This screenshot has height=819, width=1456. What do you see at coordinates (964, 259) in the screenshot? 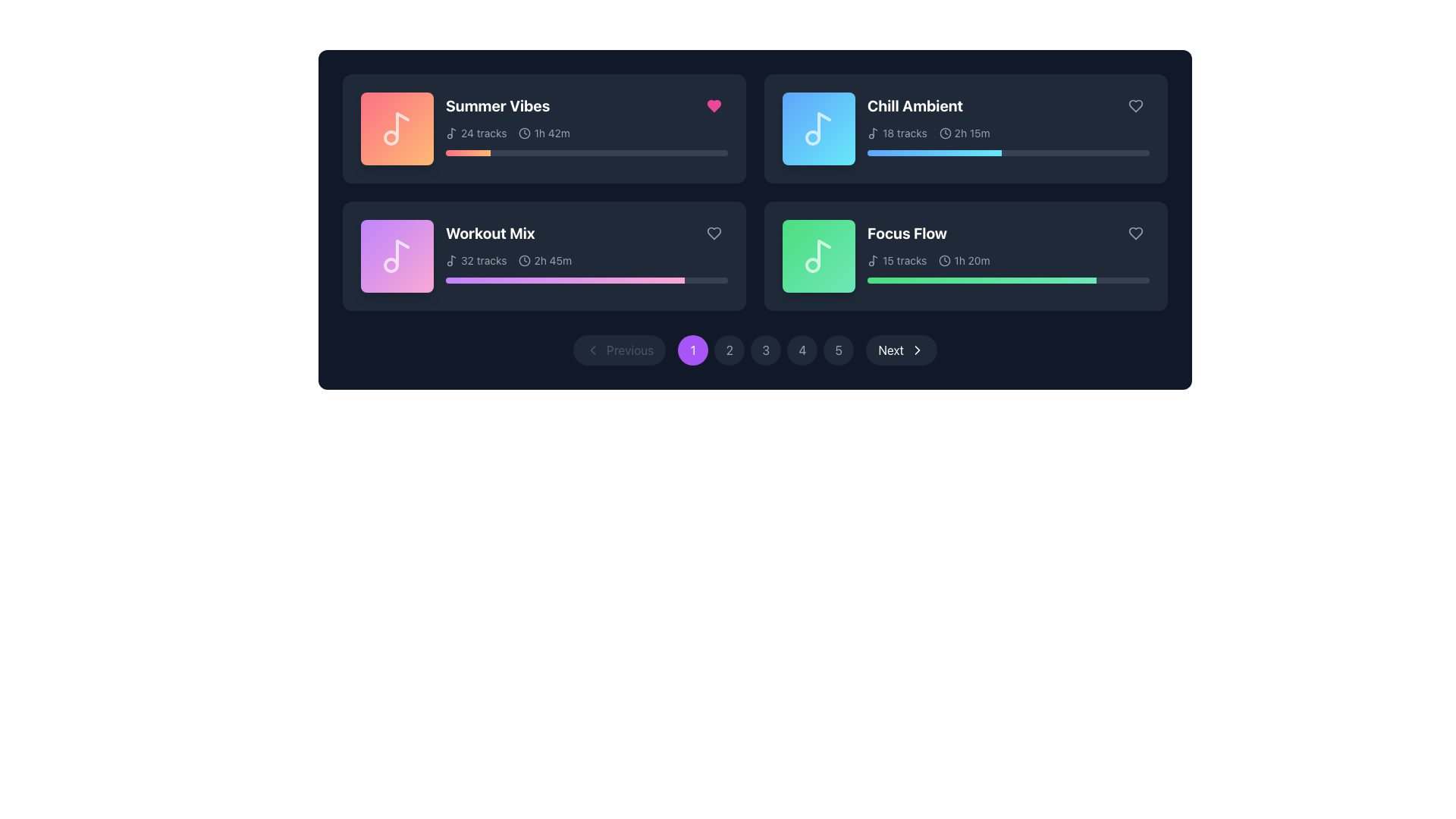
I see `the text element displaying the duration of the playlist in the 'Focus Flow' section, located to the right of '15 tracks' and below the green progress bar` at bounding box center [964, 259].